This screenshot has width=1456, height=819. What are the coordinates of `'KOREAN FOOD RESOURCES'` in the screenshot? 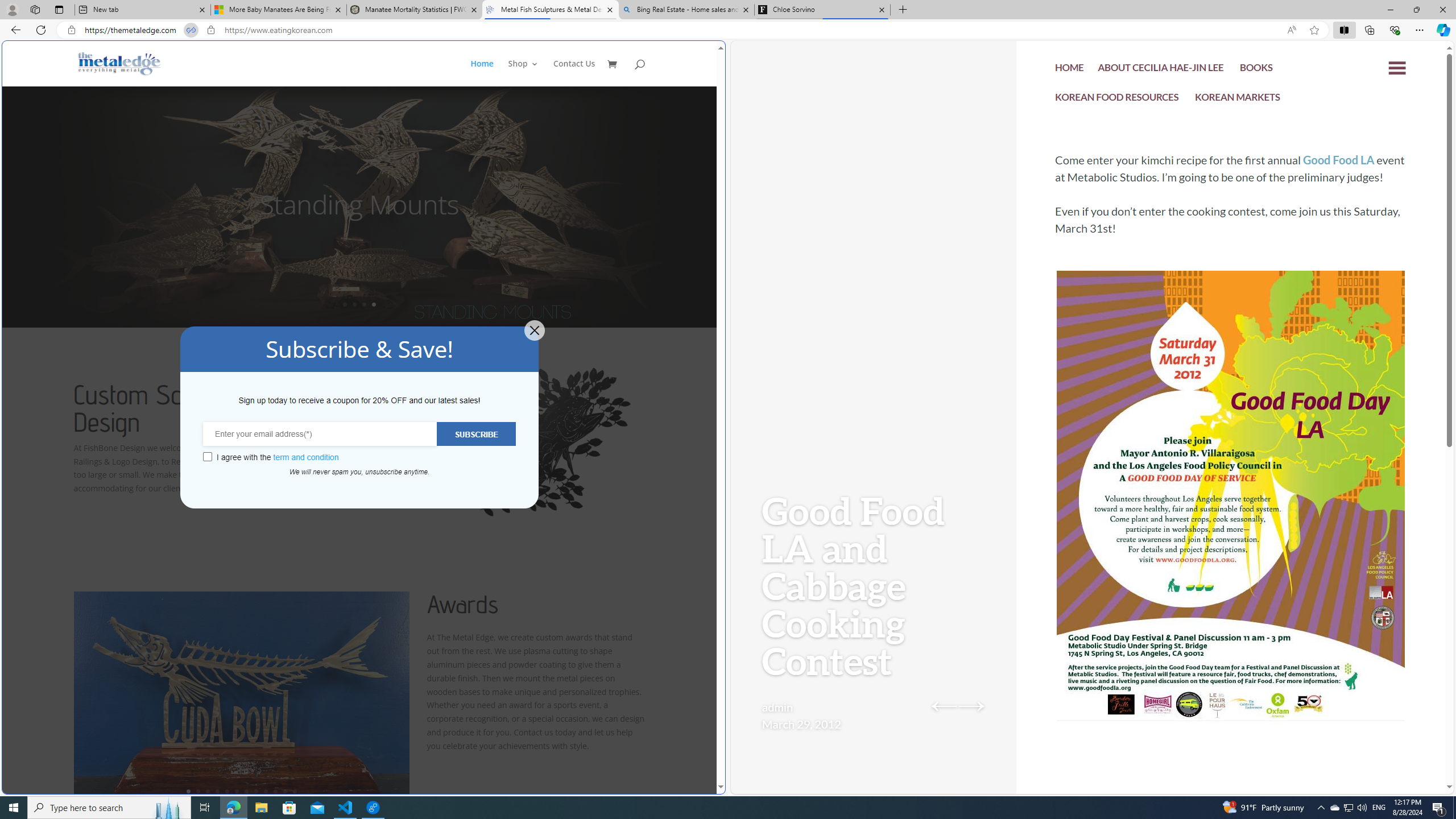 It's located at (1117, 98).